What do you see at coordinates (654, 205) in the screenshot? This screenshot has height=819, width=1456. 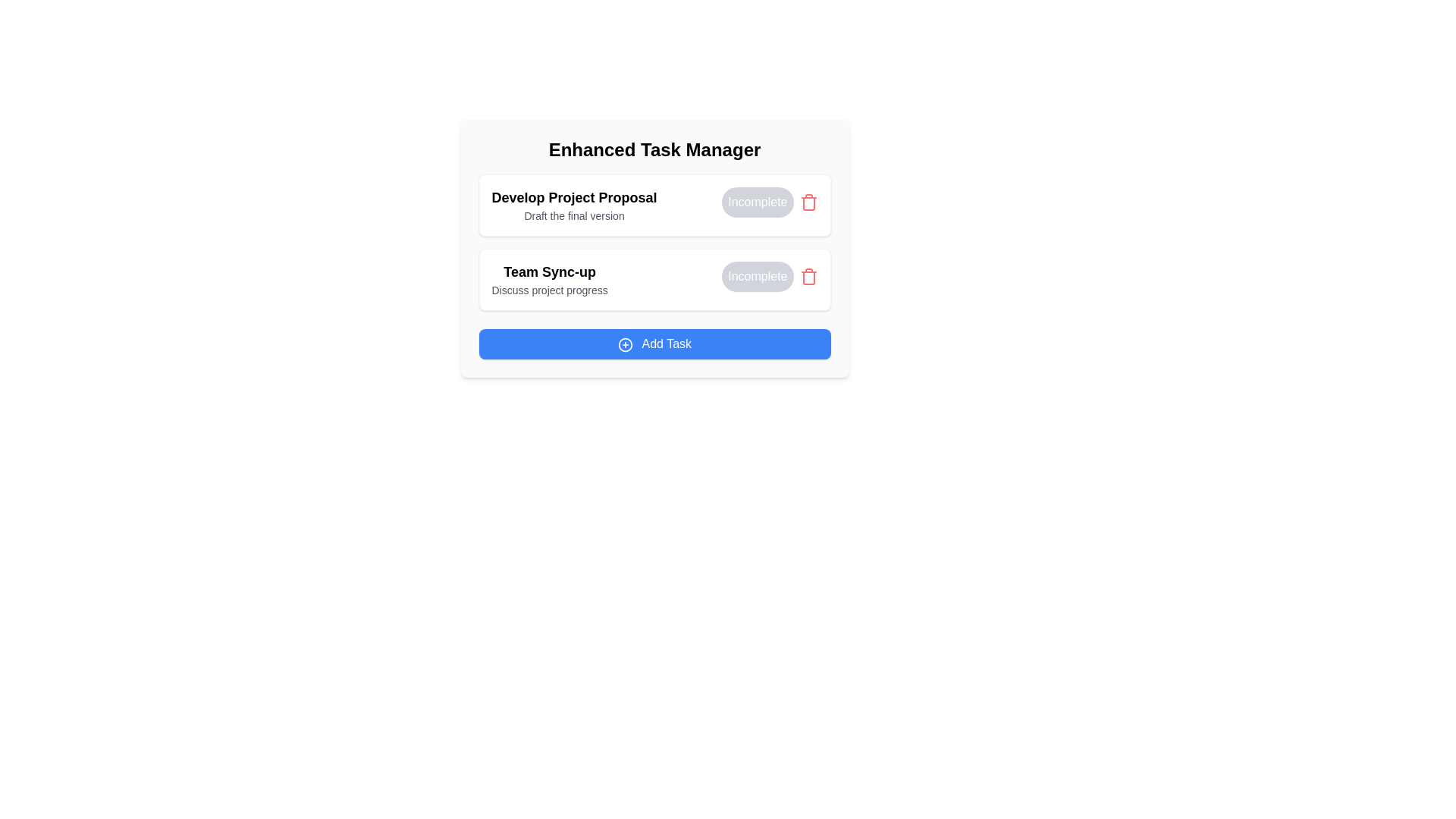 I see `the first task card in the task management system` at bounding box center [654, 205].